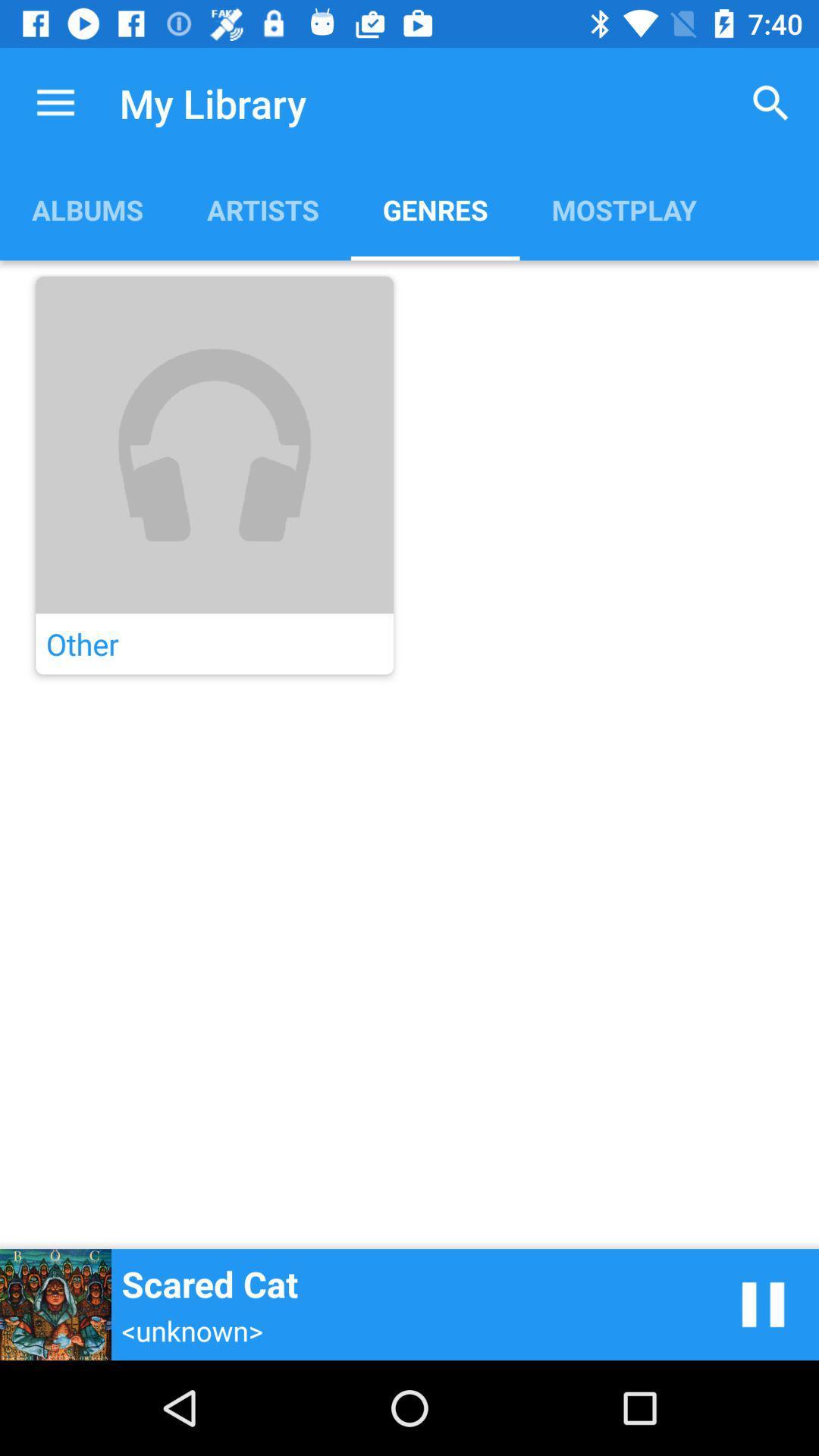 Image resolution: width=819 pixels, height=1456 pixels. I want to click on app above albums item, so click(55, 102).